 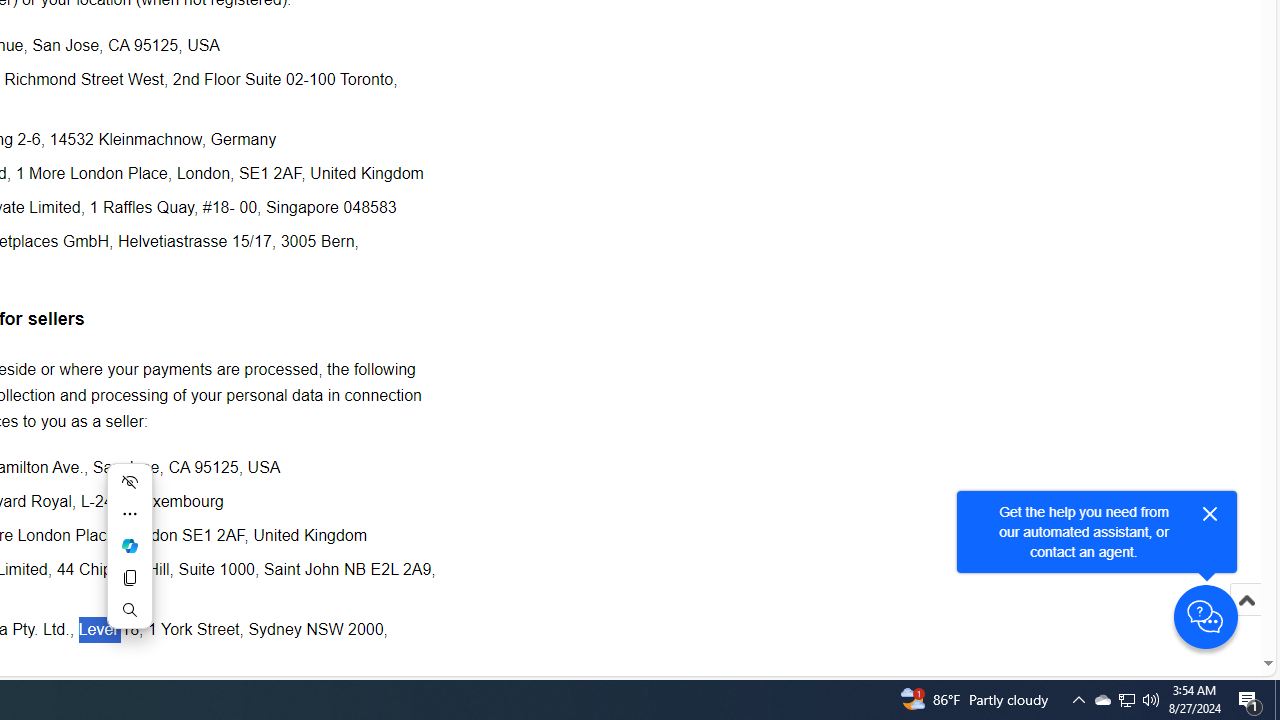 What do you see at coordinates (128, 482) in the screenshot?
I see `'Hide menu'` at bounding box center [128, 482].